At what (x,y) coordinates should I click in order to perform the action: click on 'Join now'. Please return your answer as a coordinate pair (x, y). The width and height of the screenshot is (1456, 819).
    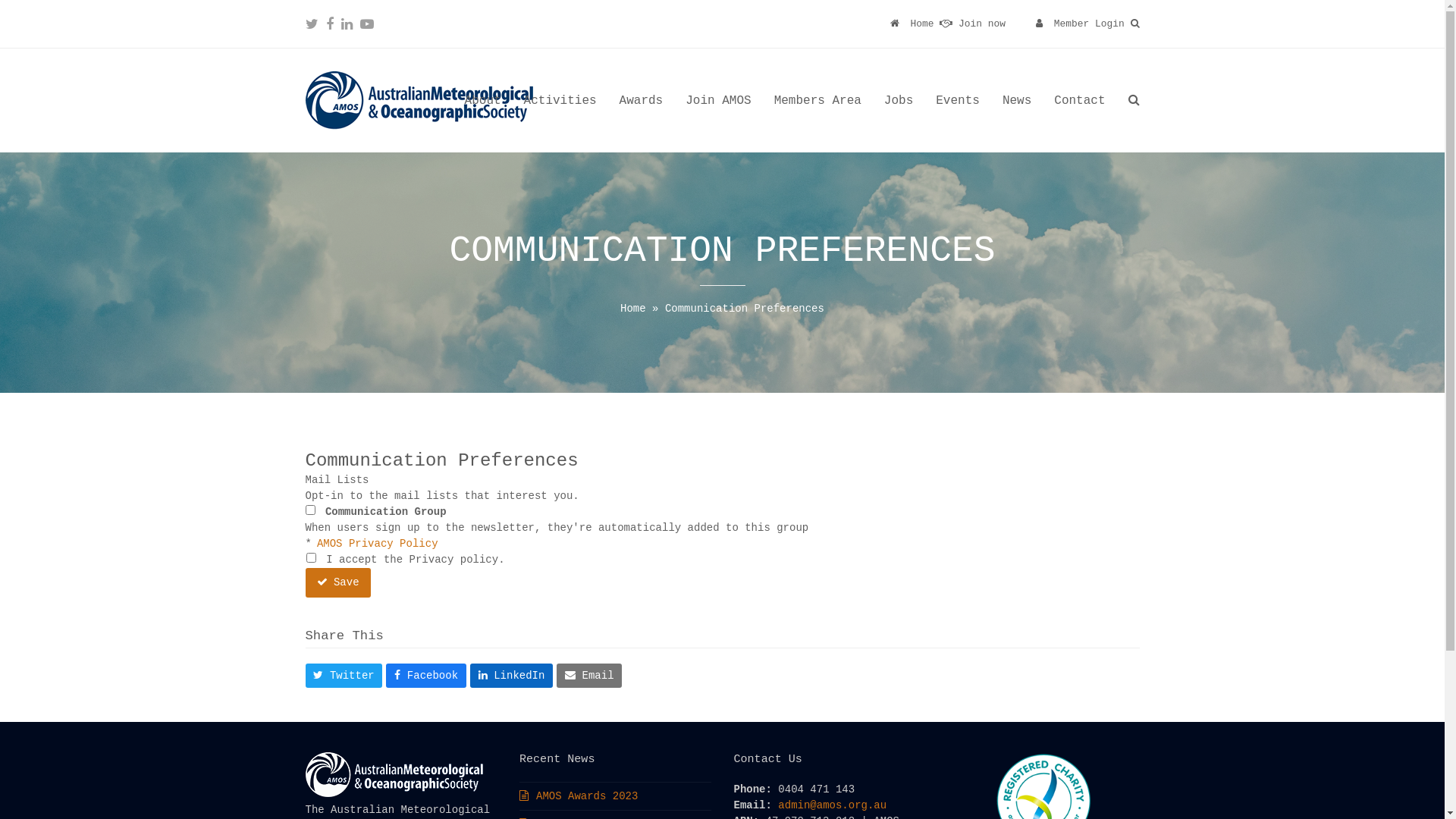
    Looking at the image, I should click on (972, 24).